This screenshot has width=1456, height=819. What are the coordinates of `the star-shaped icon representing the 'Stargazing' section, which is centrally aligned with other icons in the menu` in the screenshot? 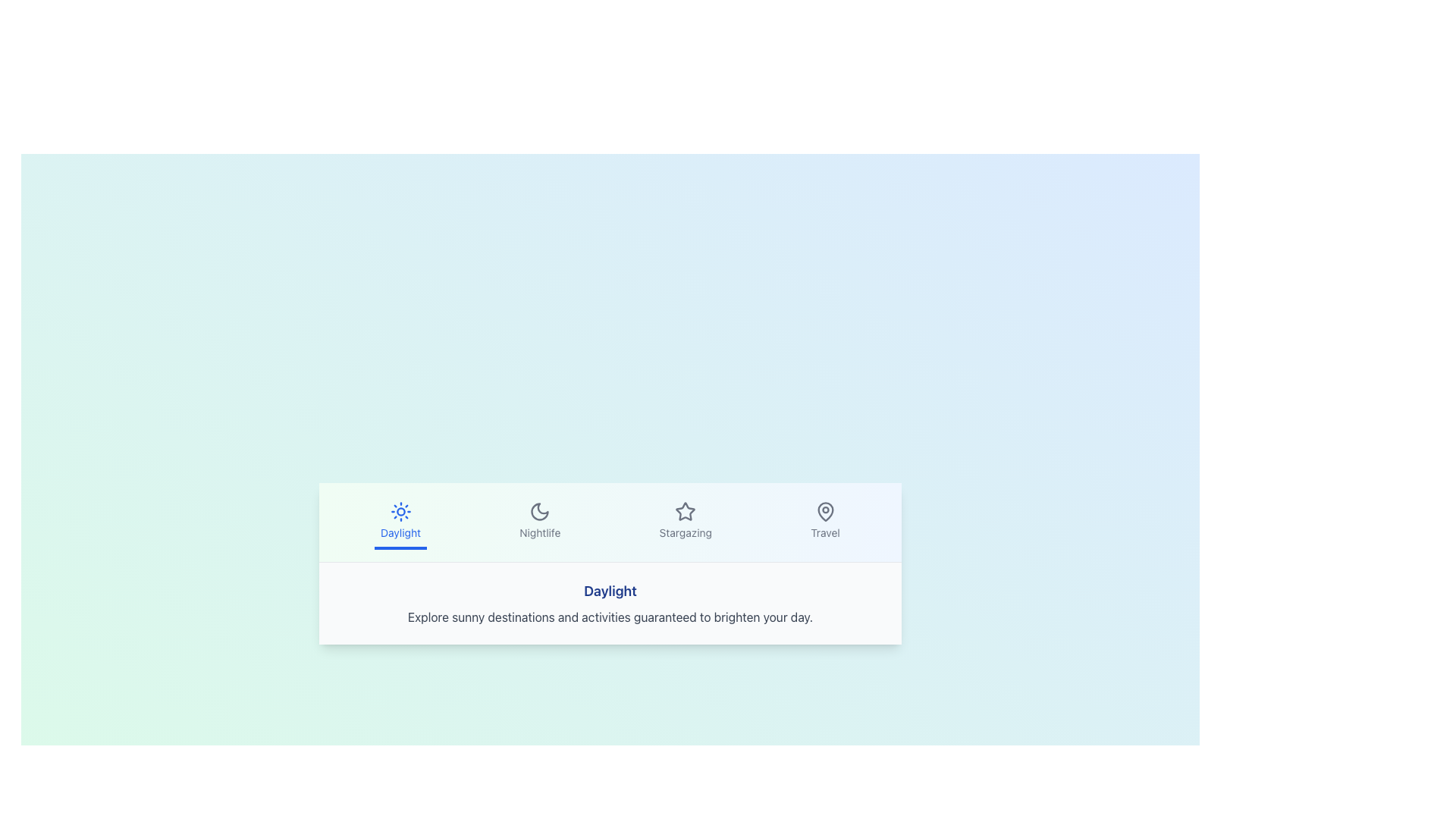 It's located at (685, 510).